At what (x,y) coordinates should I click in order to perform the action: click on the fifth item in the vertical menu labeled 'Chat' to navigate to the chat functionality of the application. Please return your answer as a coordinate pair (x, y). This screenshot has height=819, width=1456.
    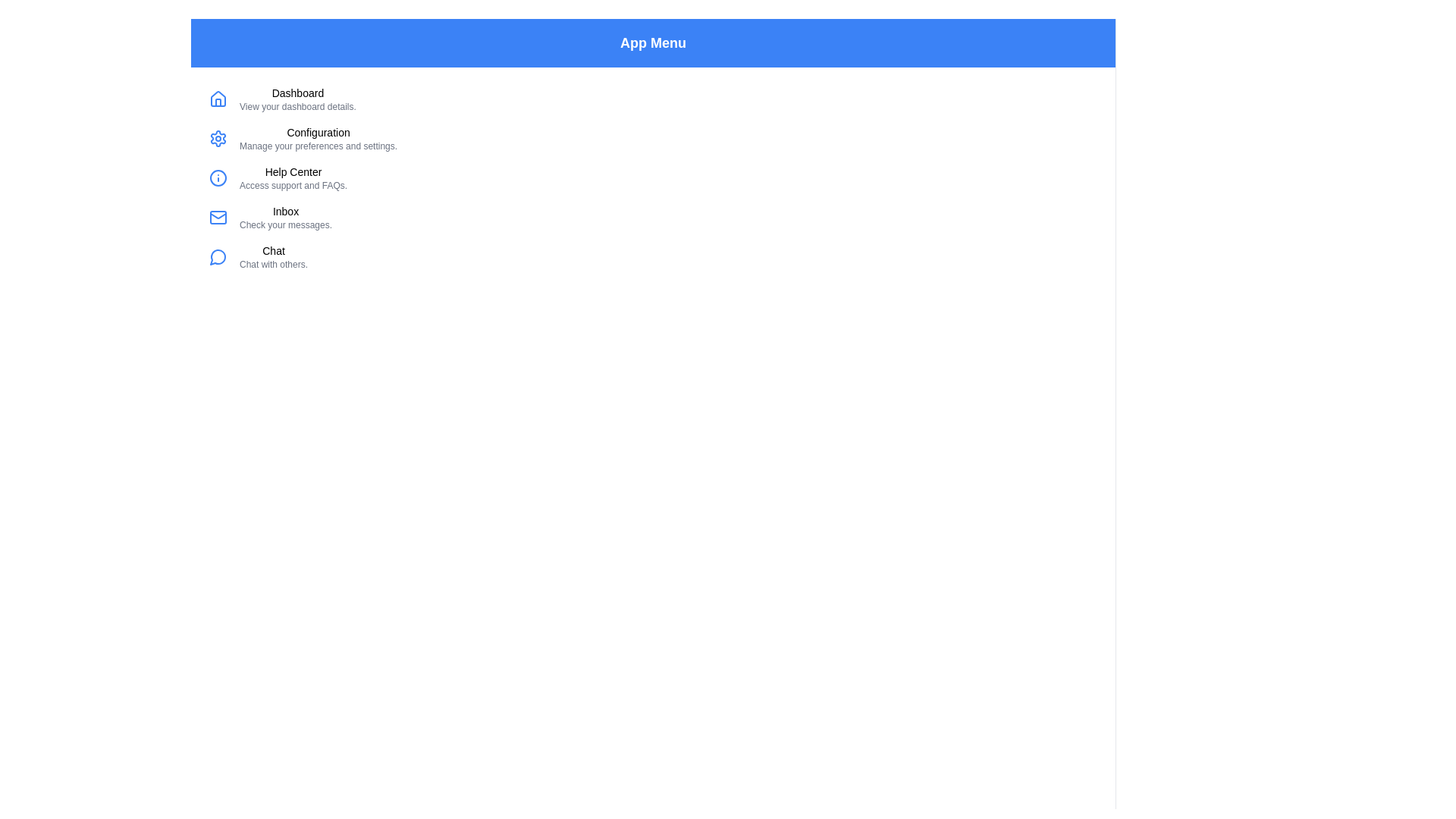
    Looking at the image, I should click on (273, 256).